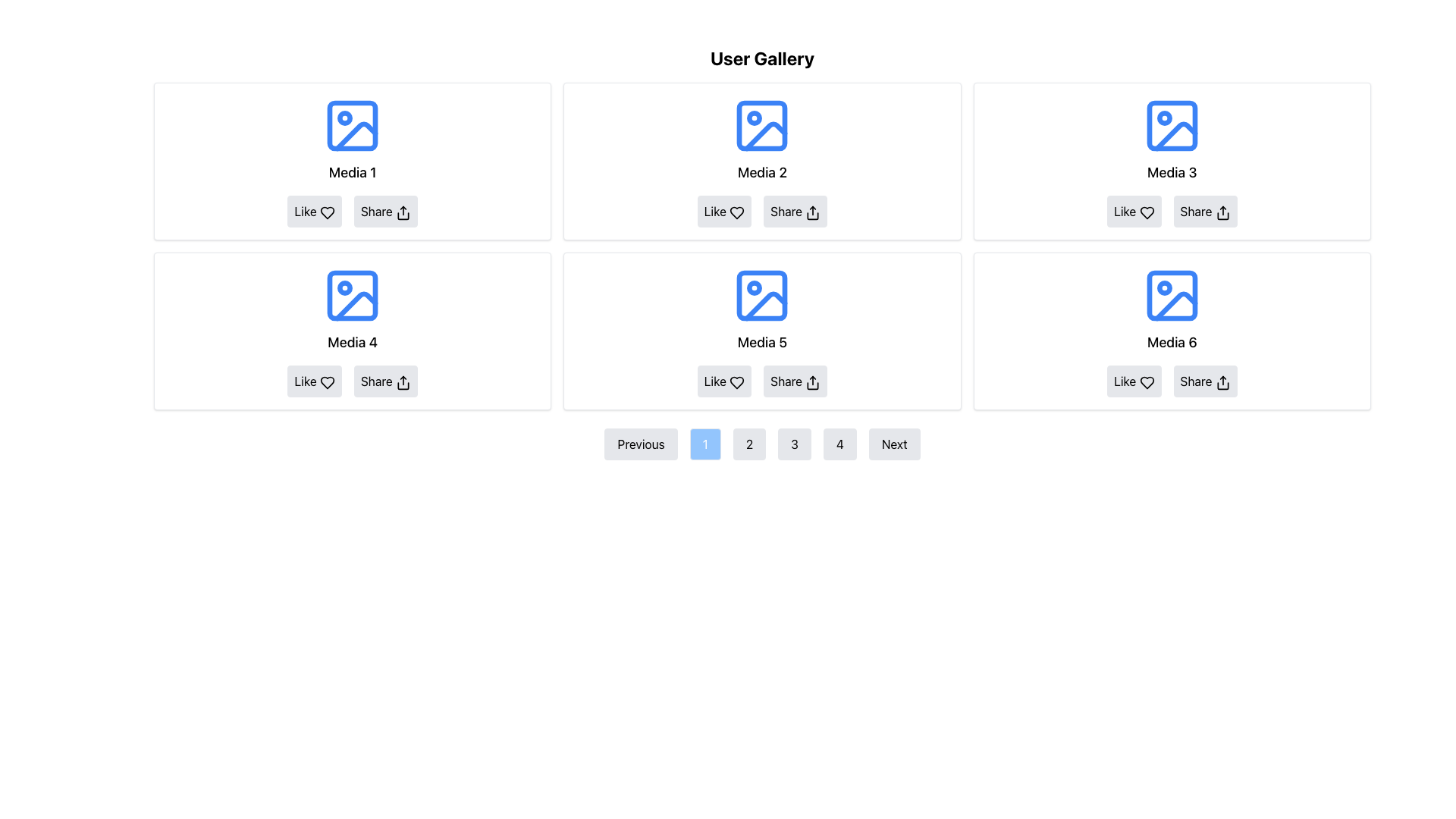  I want to click on the heart icon inside the 'Like' button below the 'Media 6' section to like the media, so click(1147, 381).